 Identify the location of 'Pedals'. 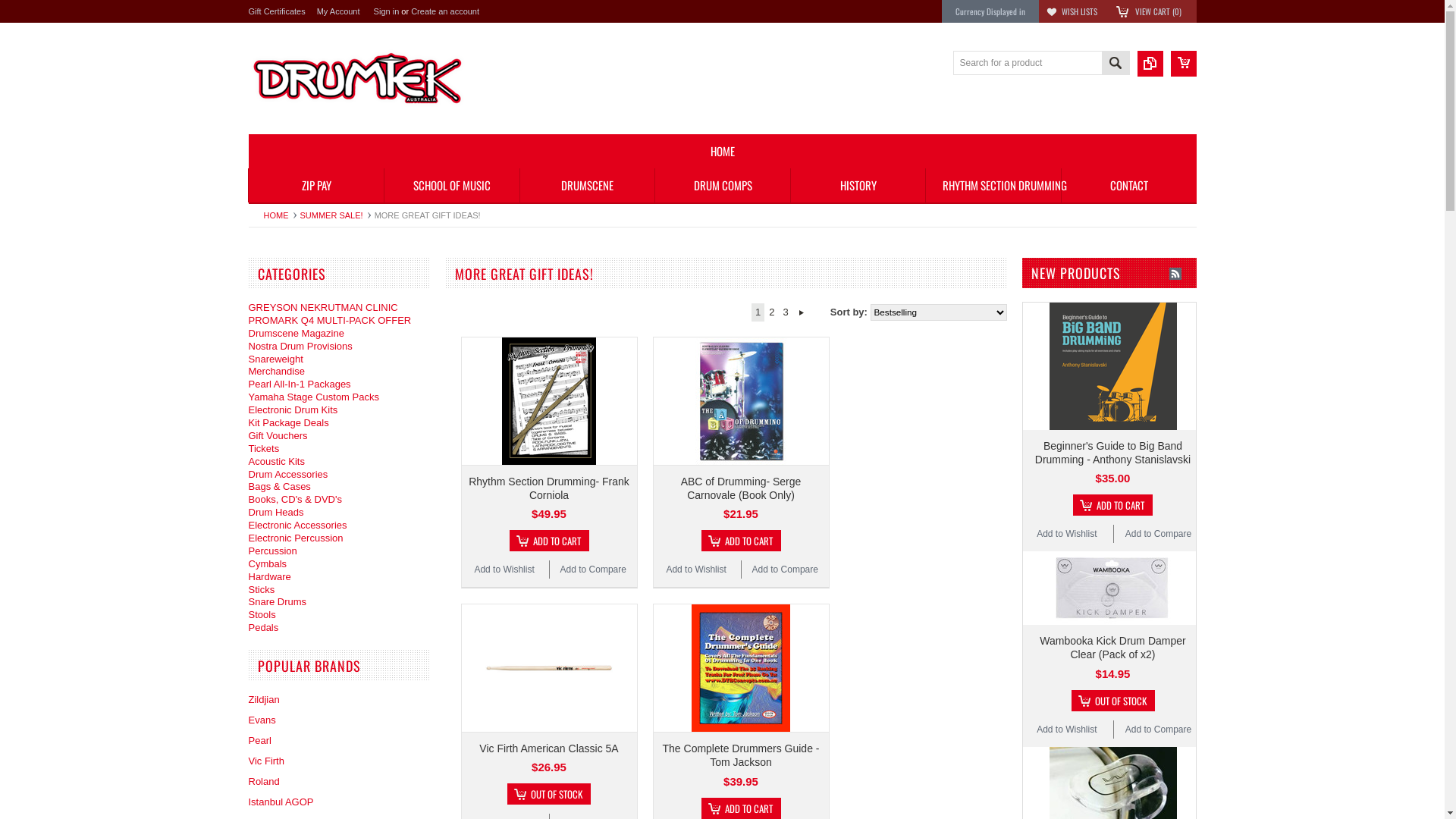
(264, 627).